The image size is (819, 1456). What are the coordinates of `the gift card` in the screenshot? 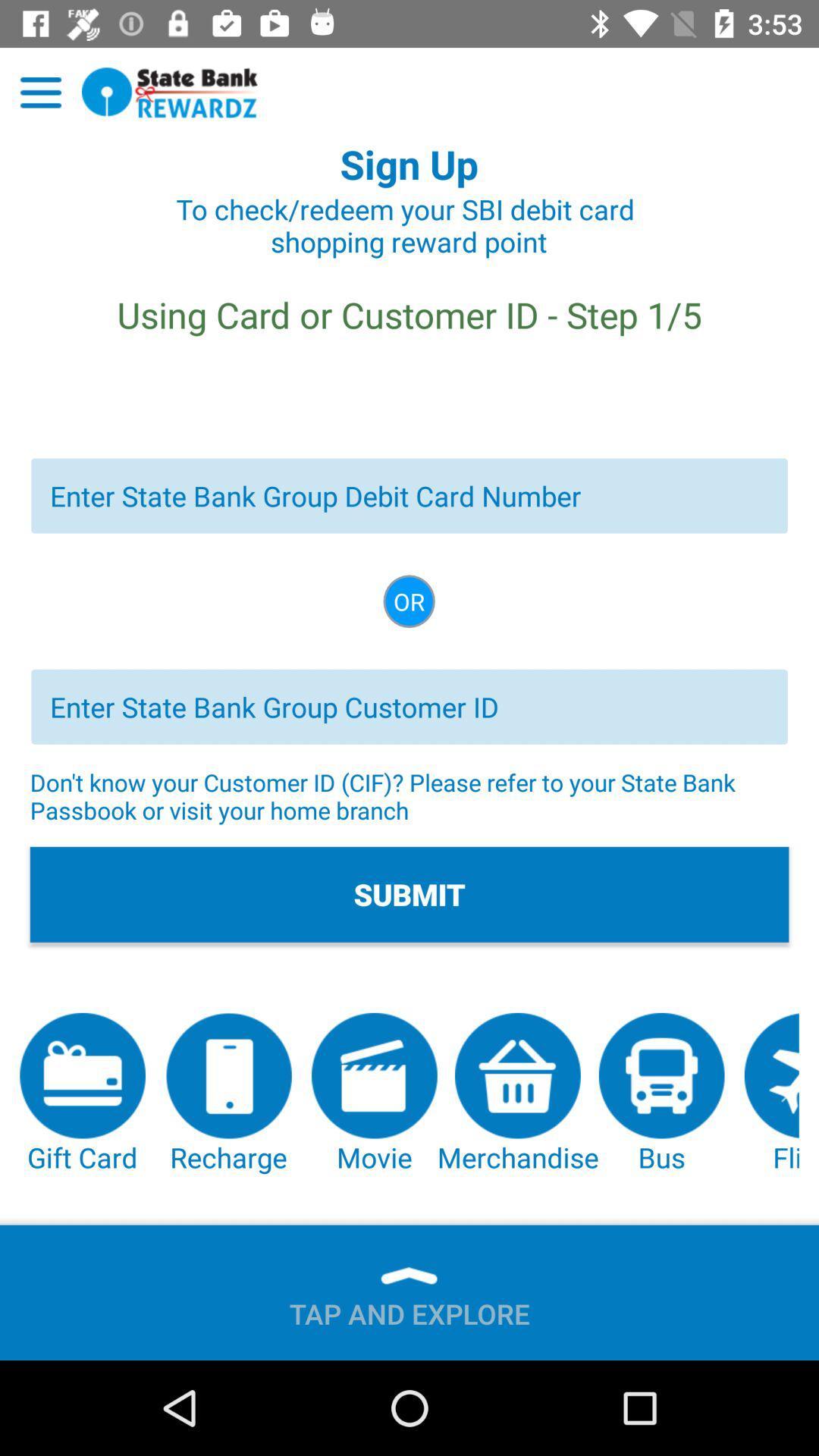 It's located at (83, 1094).